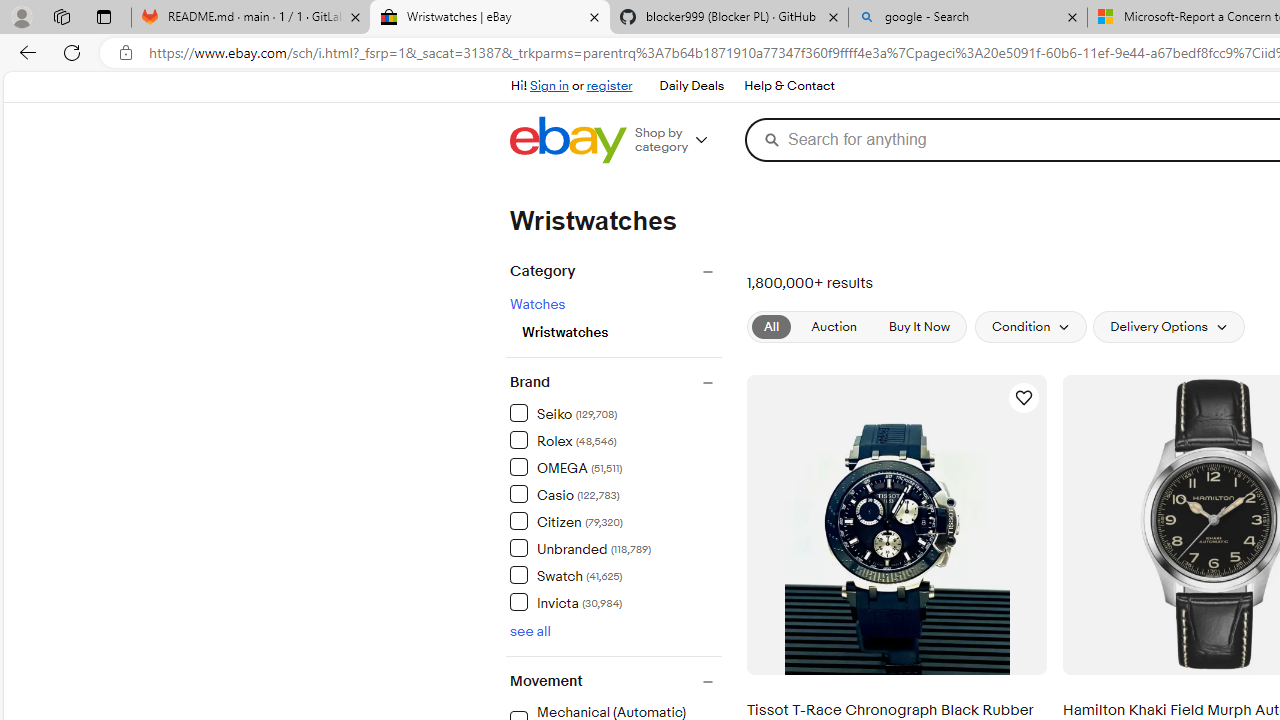  What do you see at coordinates (679, 139) in the screenshot?
I see `'Shop by category'` at bounding box center [679, 139].